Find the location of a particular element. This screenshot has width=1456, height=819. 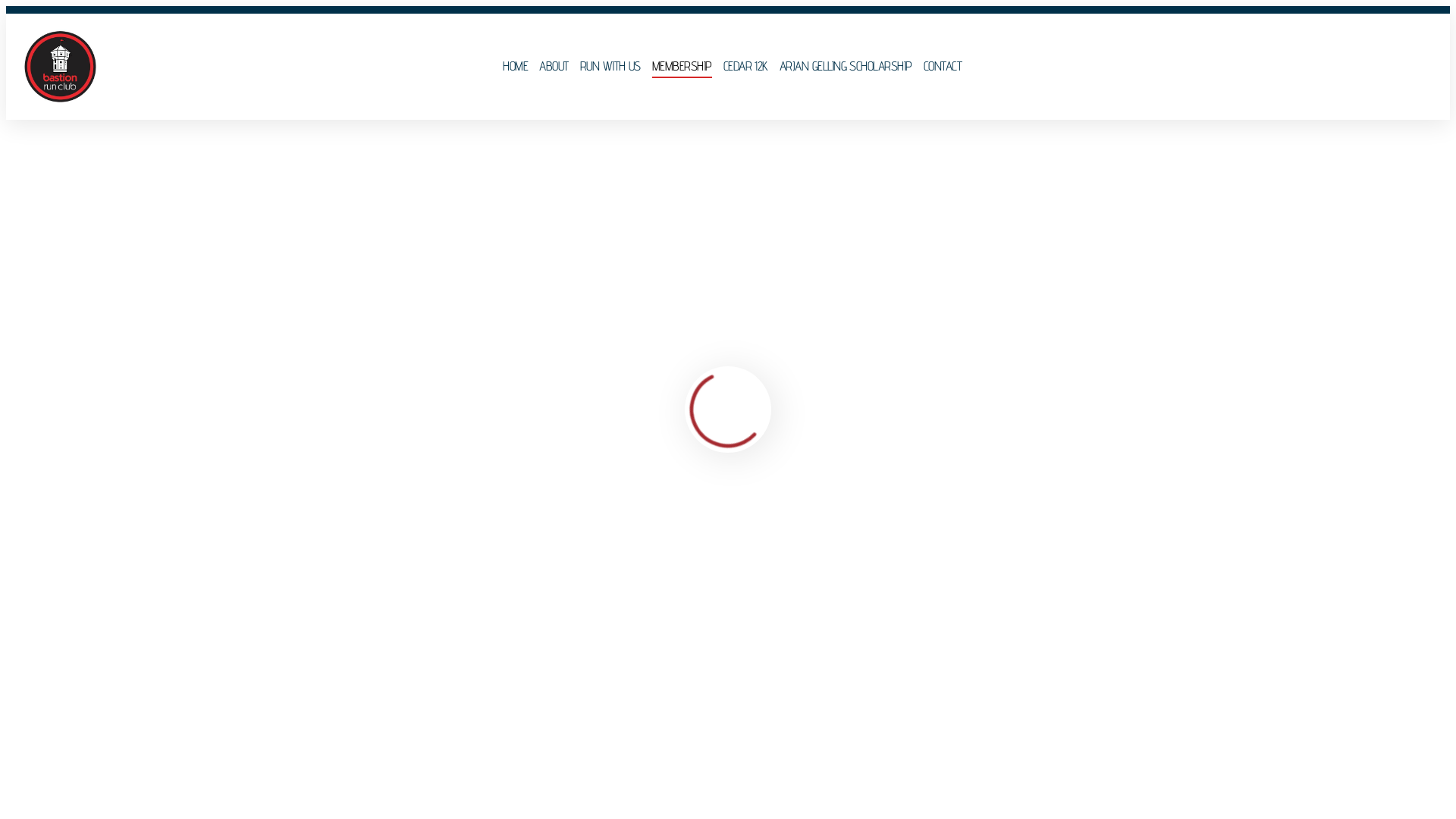

'MEMBERSHIP' is located at coordinates (651, 66).